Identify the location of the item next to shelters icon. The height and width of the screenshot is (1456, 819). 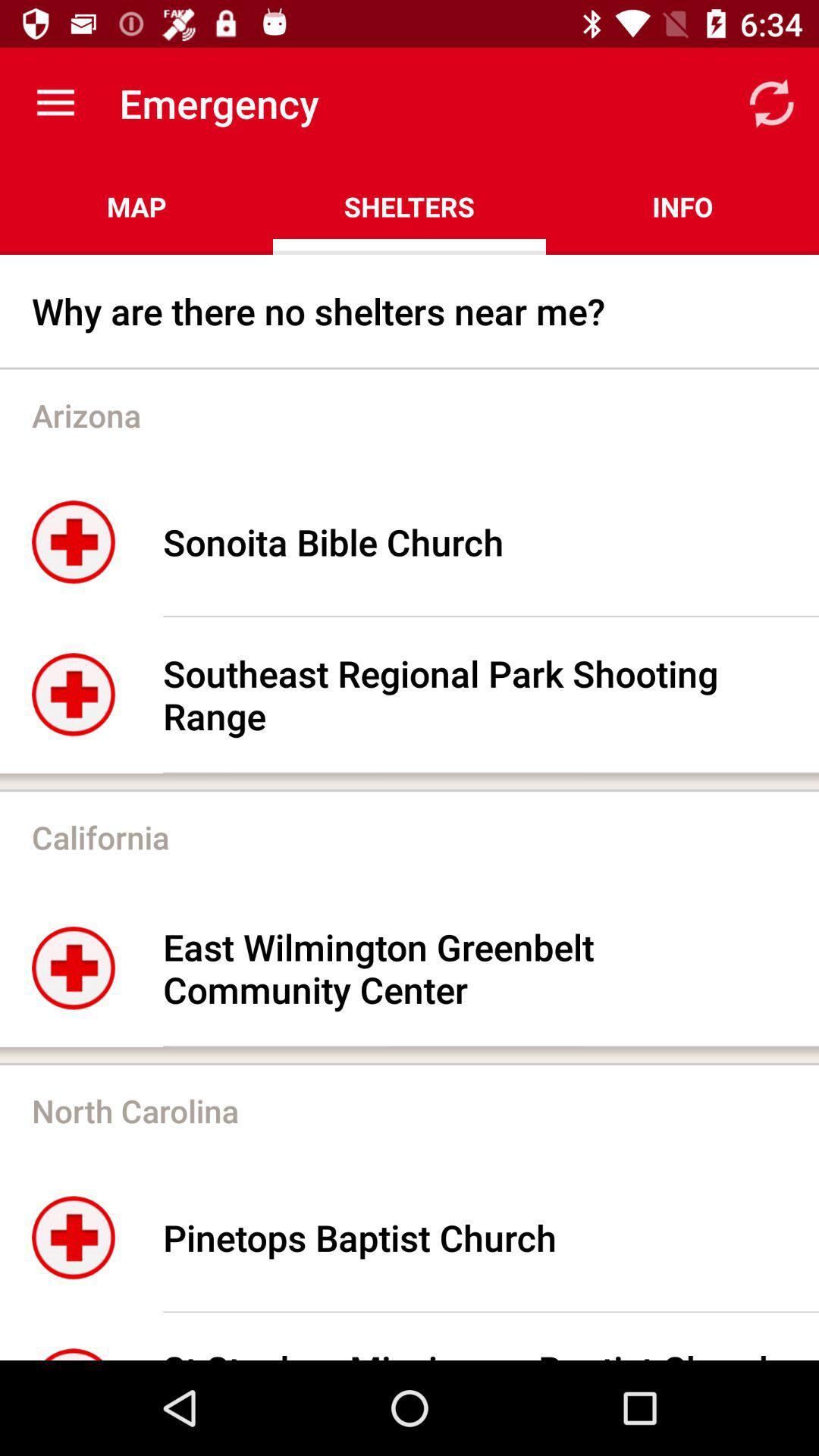
(136, 206).